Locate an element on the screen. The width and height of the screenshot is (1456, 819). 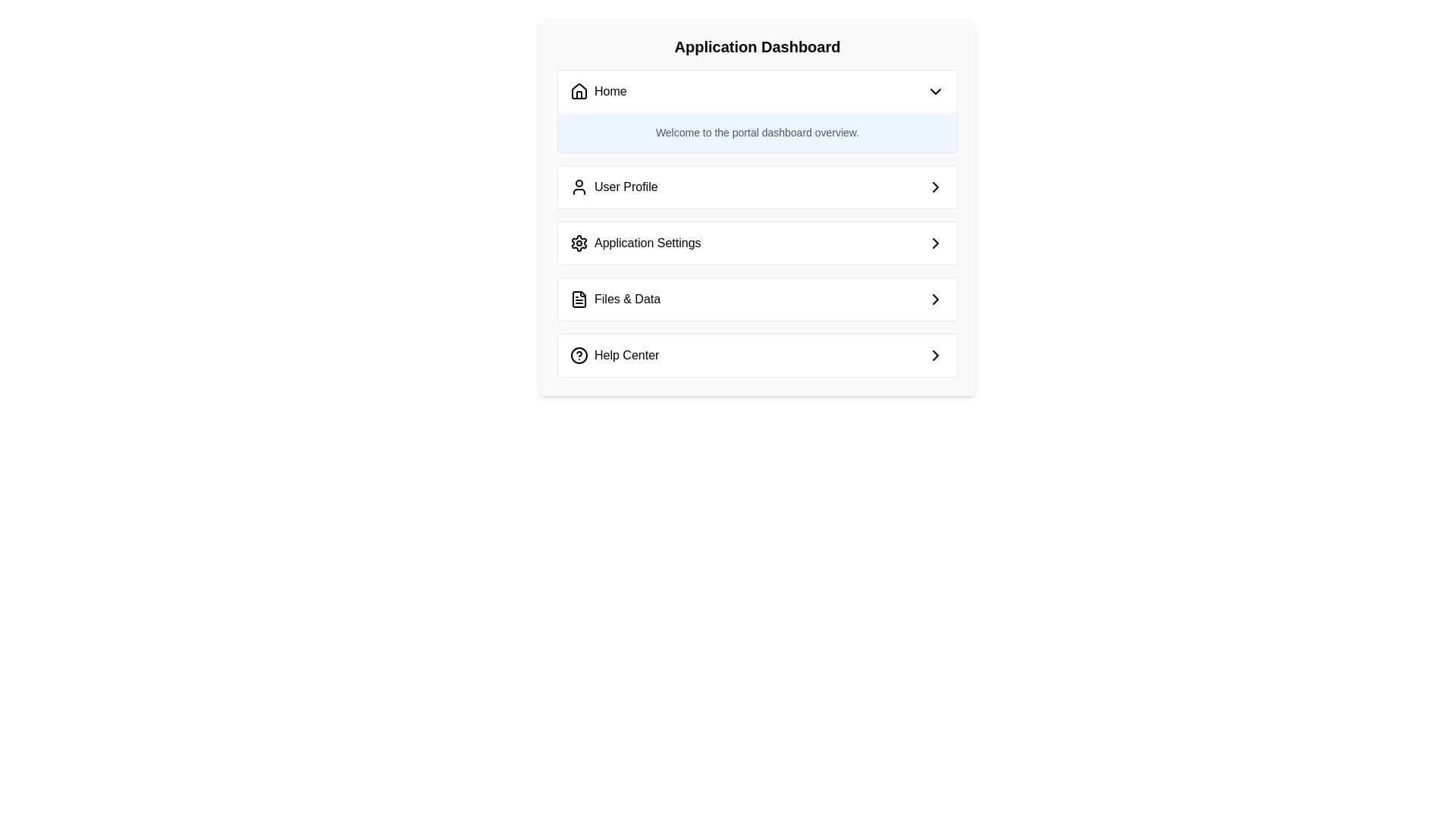
the Right-facing chevron icon (SVG graphical element) located in the 'Files & Data' row of the dashboard menu, aligned to the right side as an inline icon adjacent to the text label, as a static indication is located at coordinates (934, 299).